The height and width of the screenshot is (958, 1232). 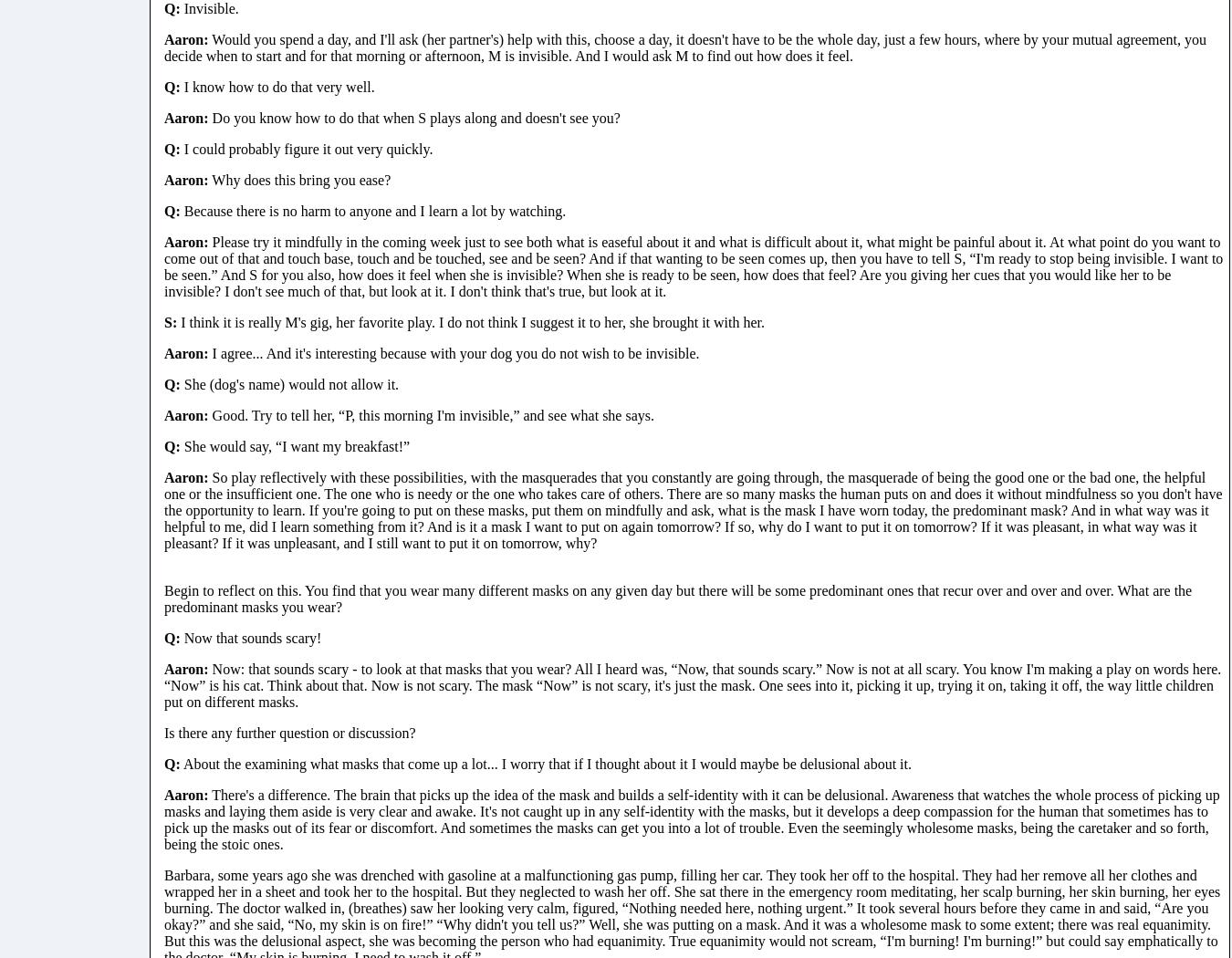 What do you see at coordinates (294, 445) in the screenshot?
I see `'She would say, “I want my breakfast!”'` at bounding box center [294, 445].